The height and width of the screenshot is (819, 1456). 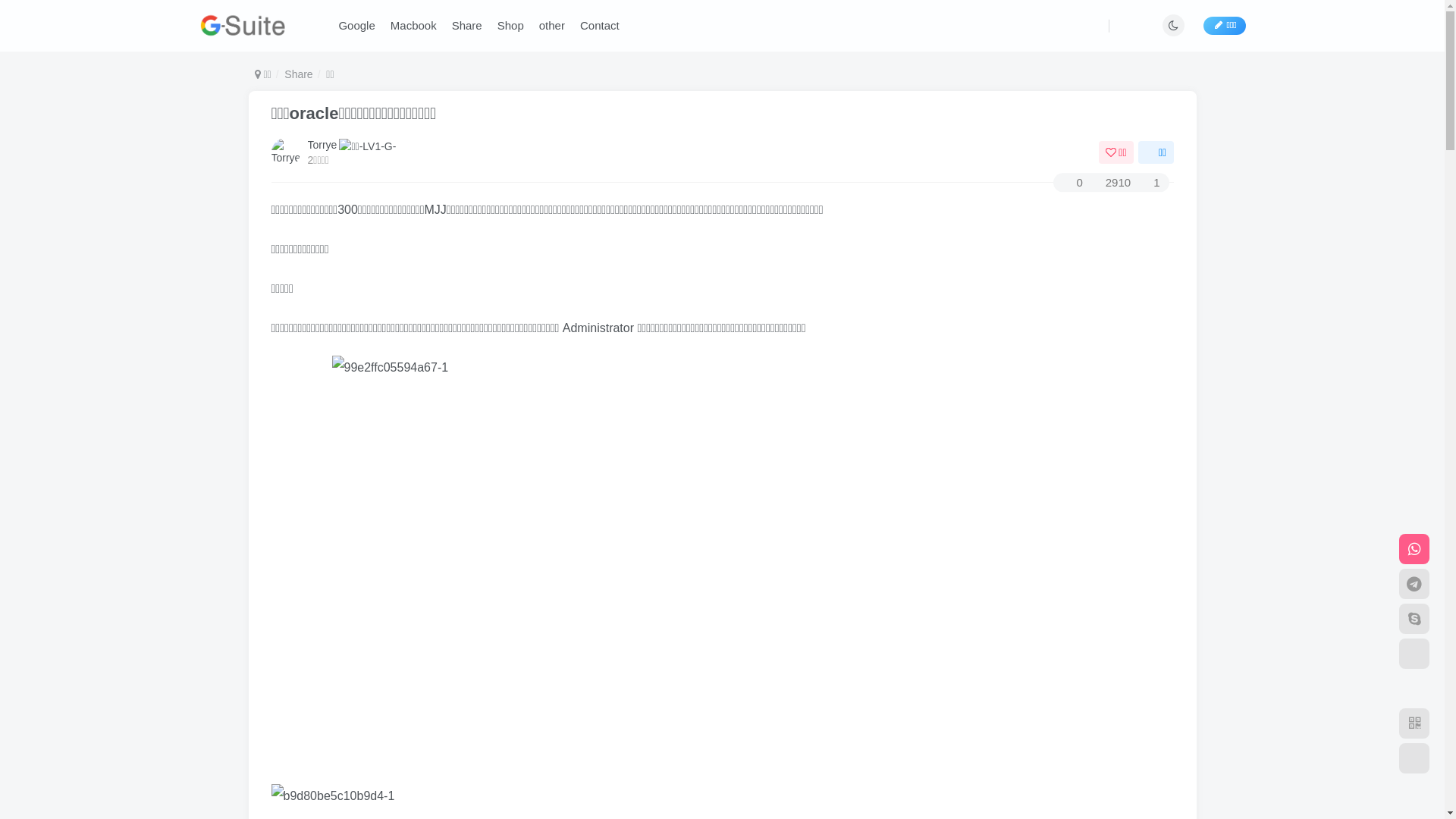 I want to click on 'LV1', so click(x=371, y=144).